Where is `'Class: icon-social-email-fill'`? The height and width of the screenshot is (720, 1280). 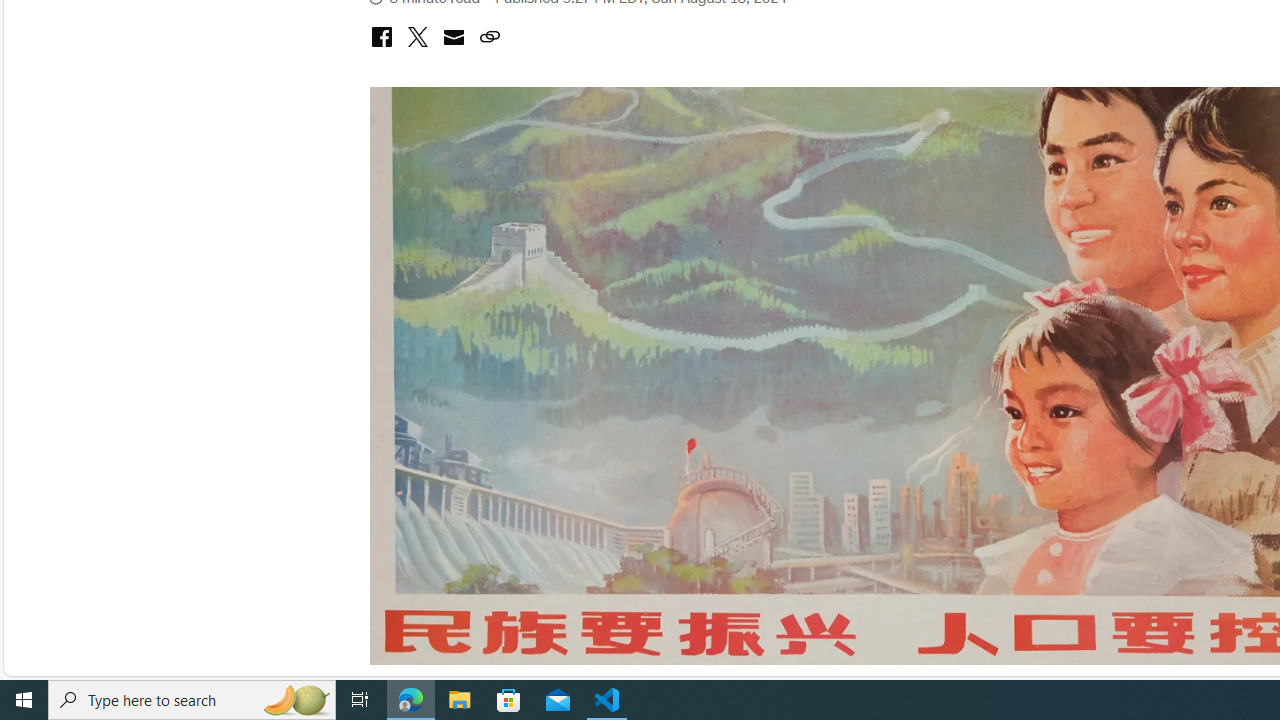 'Class: icon-social-email-fill' is located at coordinates (452, 37).